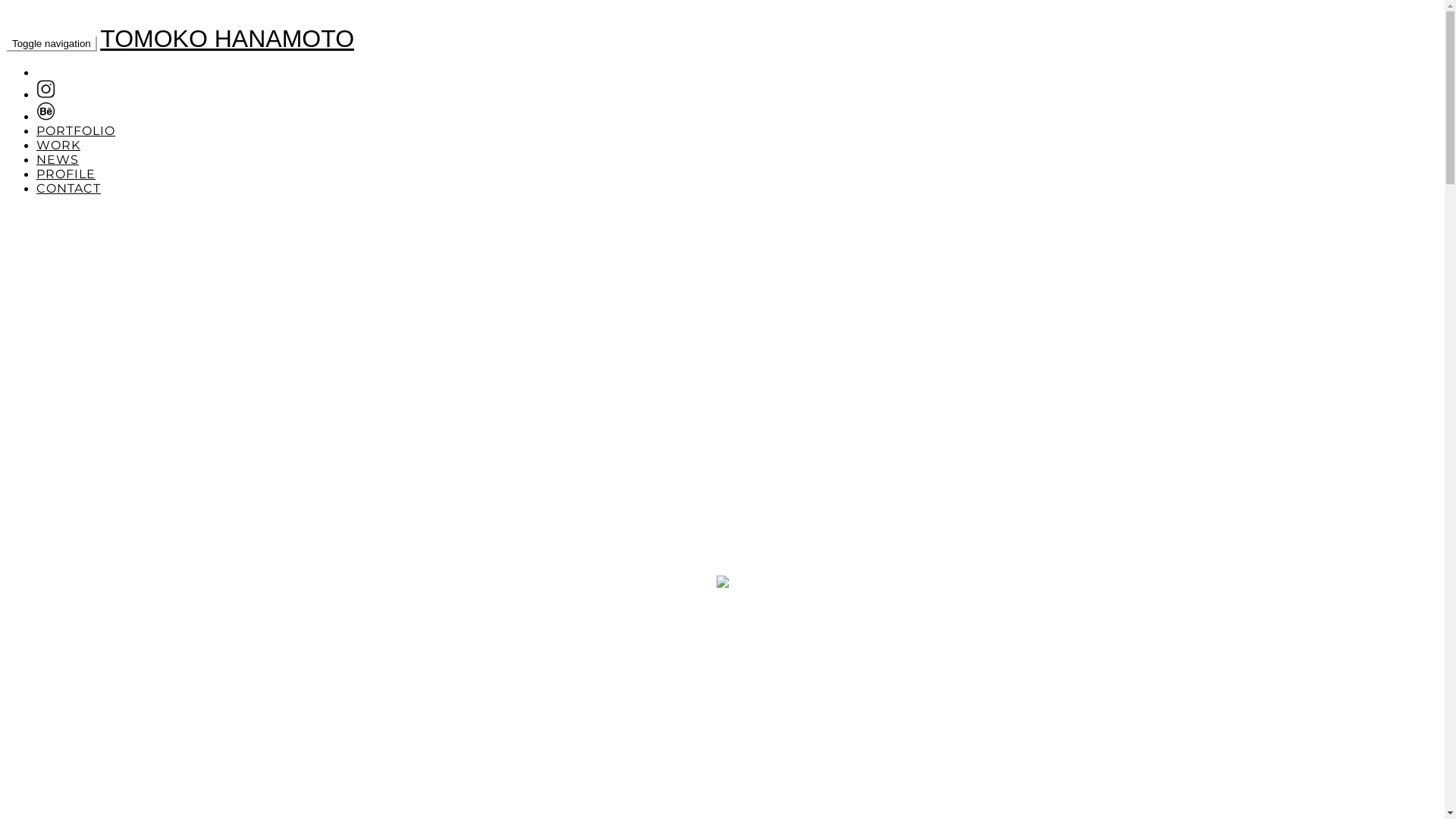 The width and height of the screenshot is (1456, 819). I want to click on 'TOMOKO HANAMOTO', so click(226, 37).